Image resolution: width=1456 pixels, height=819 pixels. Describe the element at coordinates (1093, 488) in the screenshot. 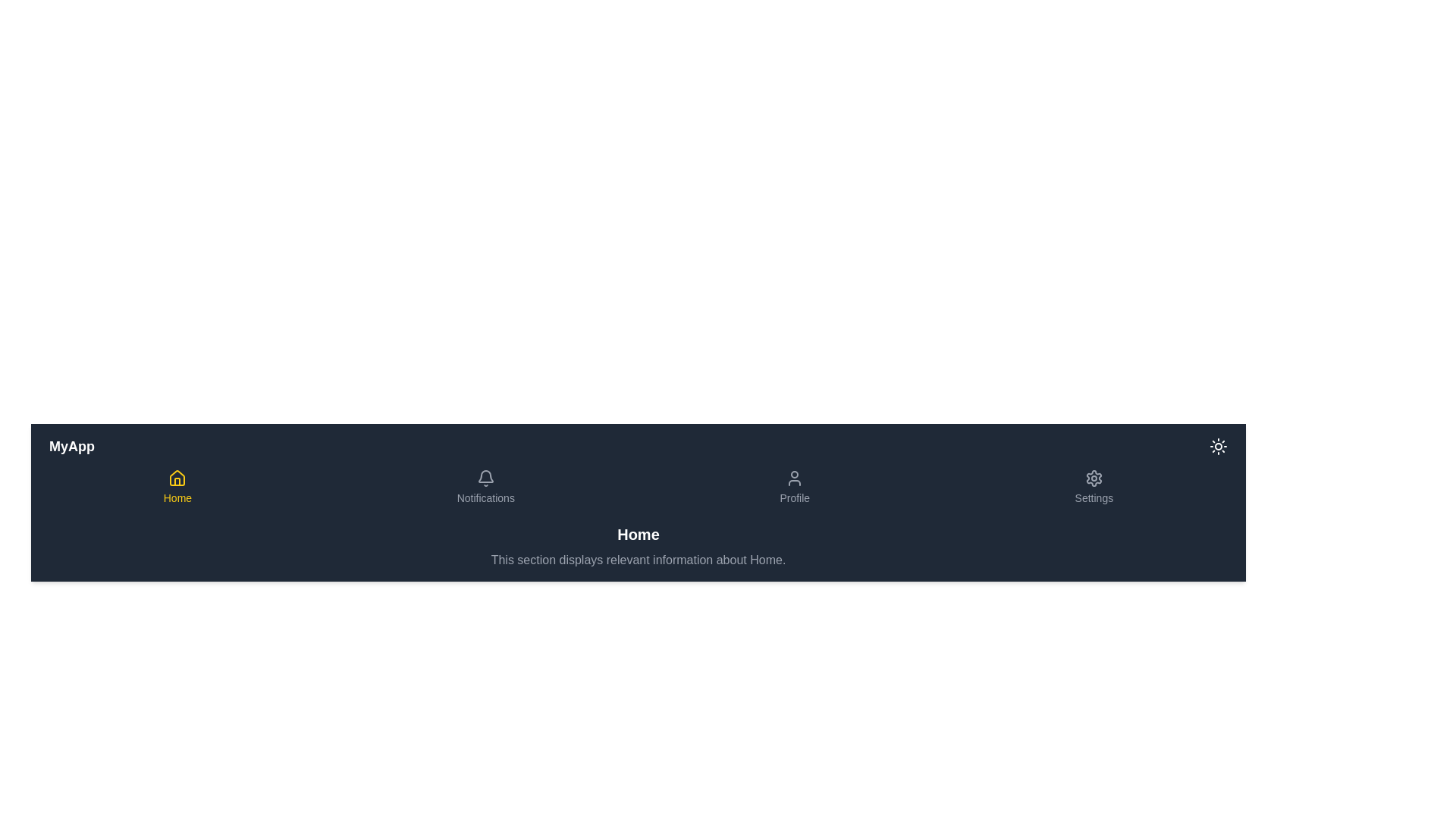

I see `the Settings tab by clicking on its button` at that location.